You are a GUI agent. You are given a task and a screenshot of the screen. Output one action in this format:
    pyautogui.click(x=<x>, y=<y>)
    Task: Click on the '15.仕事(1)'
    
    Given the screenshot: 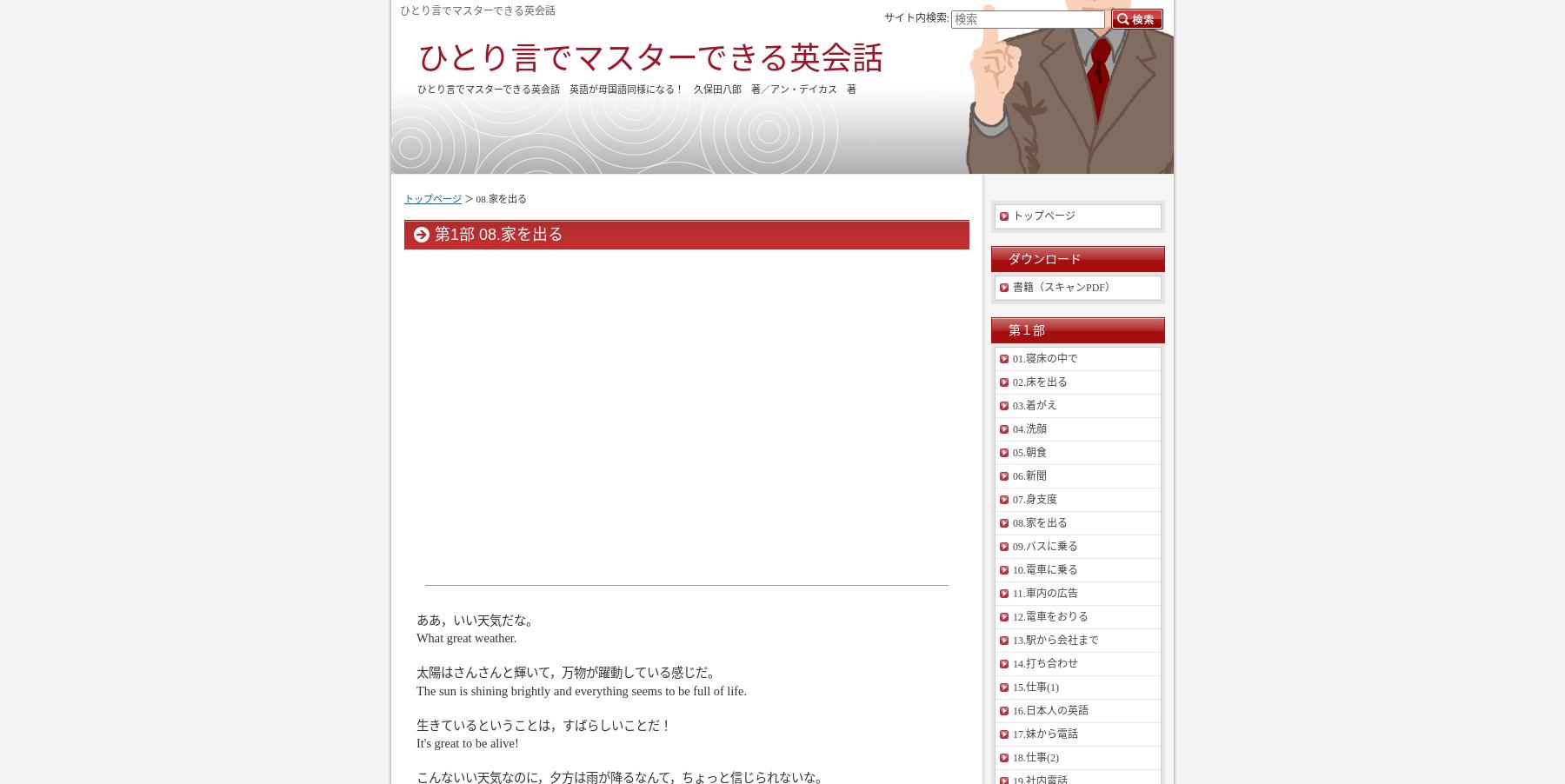 What is the action you would take?
    pyautogui.click(x=1035, y=686)
    